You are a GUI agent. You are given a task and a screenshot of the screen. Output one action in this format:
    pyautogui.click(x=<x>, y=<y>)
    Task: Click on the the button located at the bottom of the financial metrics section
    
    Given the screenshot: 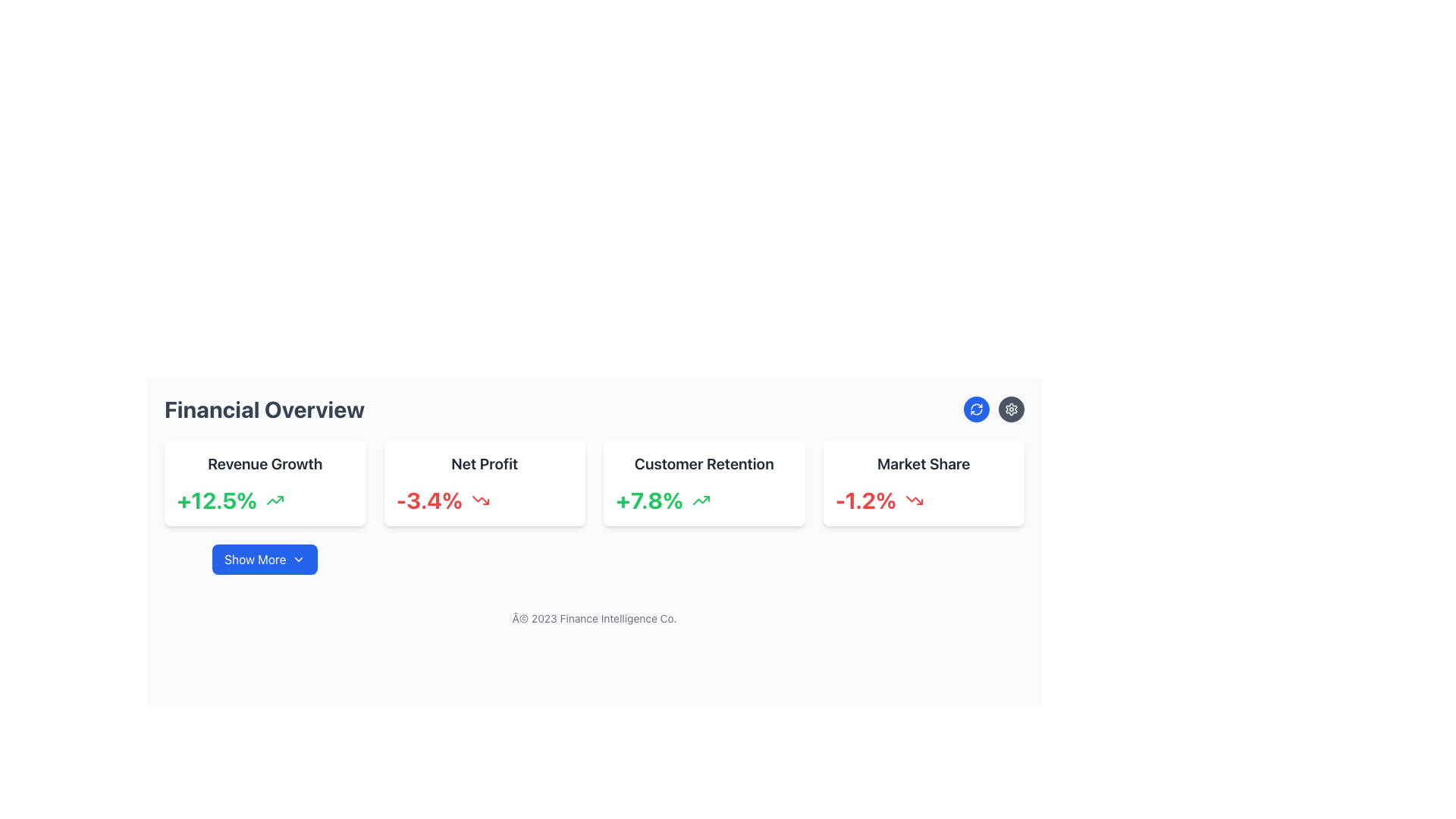 What is the action you would take?
    pyautogui.click(x=265, y=559)
    